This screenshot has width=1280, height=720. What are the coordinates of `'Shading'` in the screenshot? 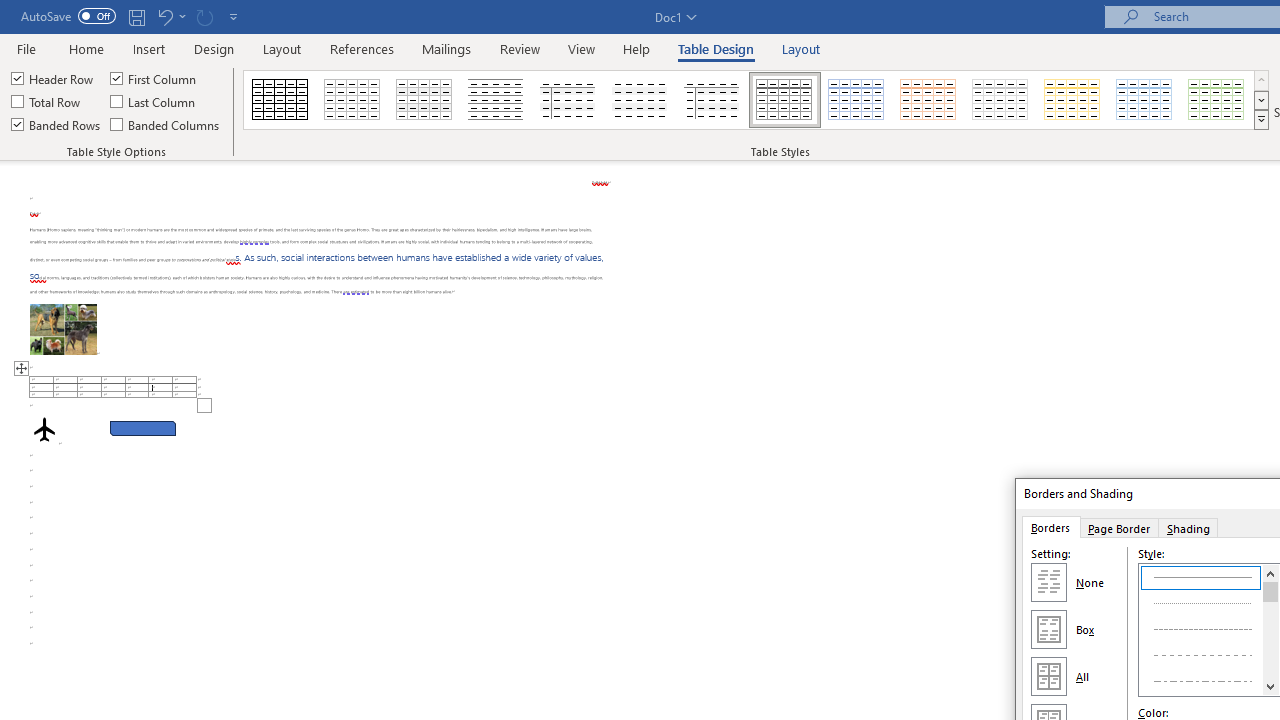 It's located at (1189, 526).